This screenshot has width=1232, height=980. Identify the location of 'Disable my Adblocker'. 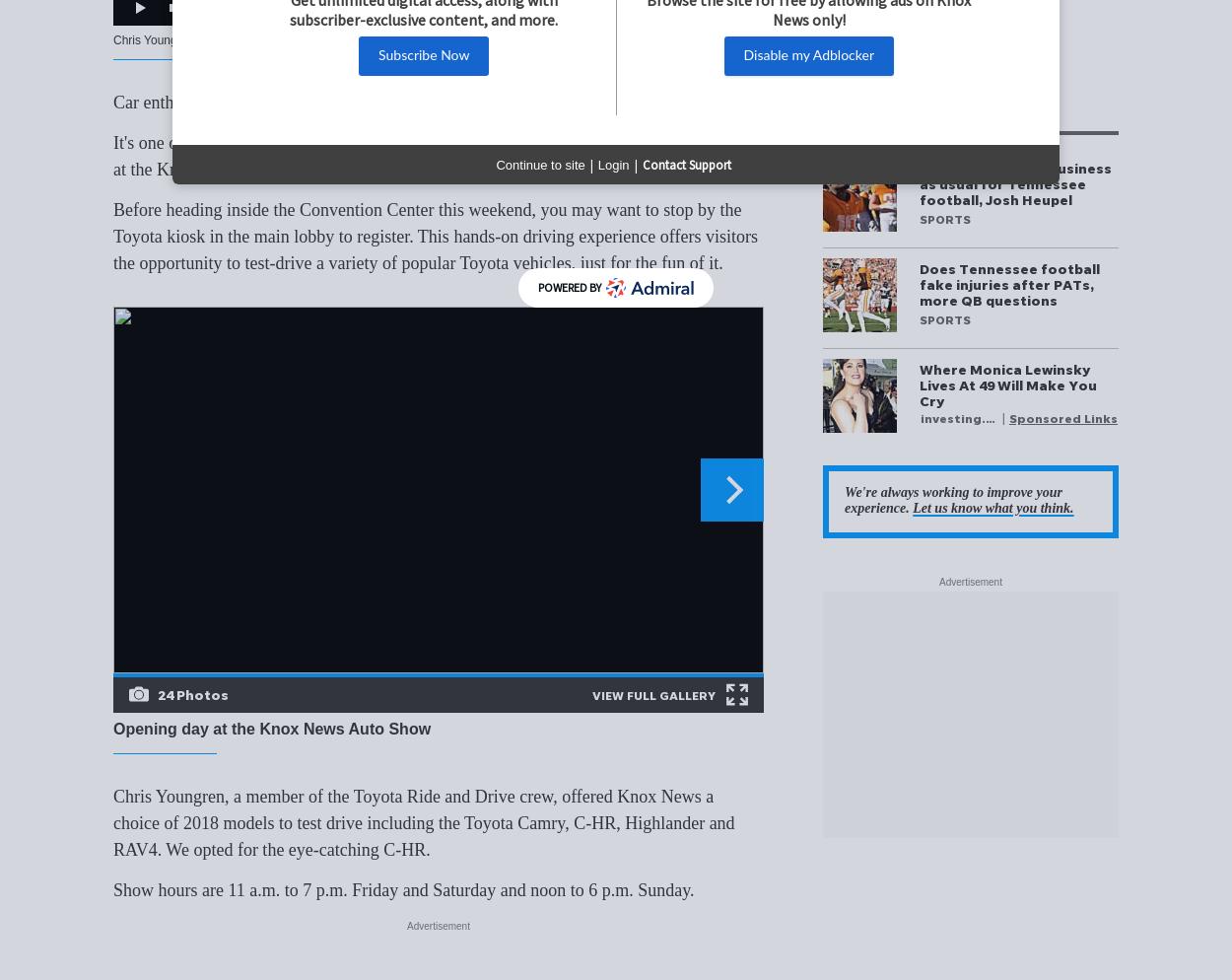
(807, 54).